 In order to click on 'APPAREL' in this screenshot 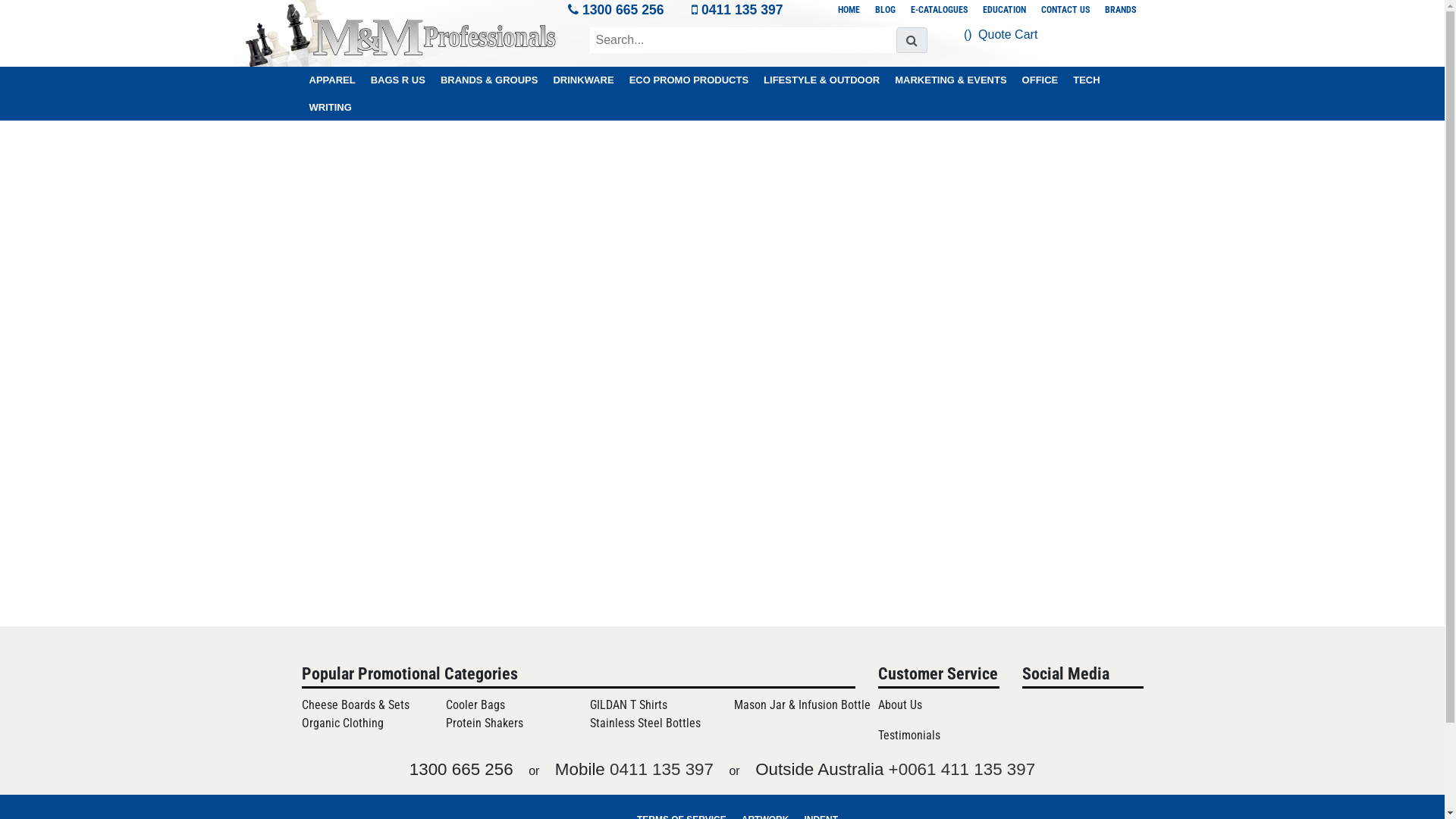, I will do `click(302, 80)`.